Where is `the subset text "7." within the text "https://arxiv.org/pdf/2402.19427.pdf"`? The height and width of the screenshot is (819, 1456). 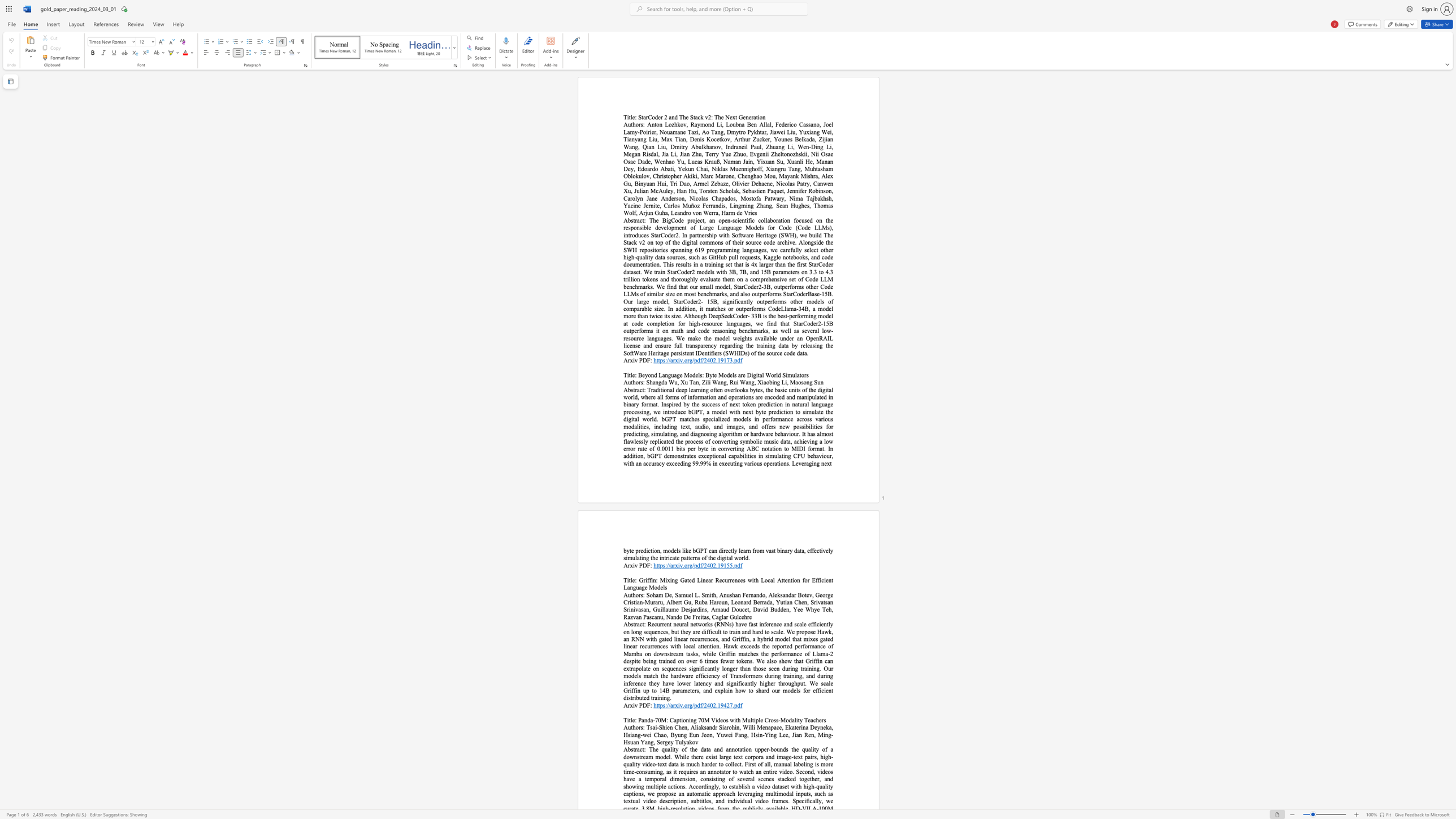
the subset text "7." within the text "https://arxiv.org/pdf/2402.19427.pdf" is located at coordinates (730, 705).